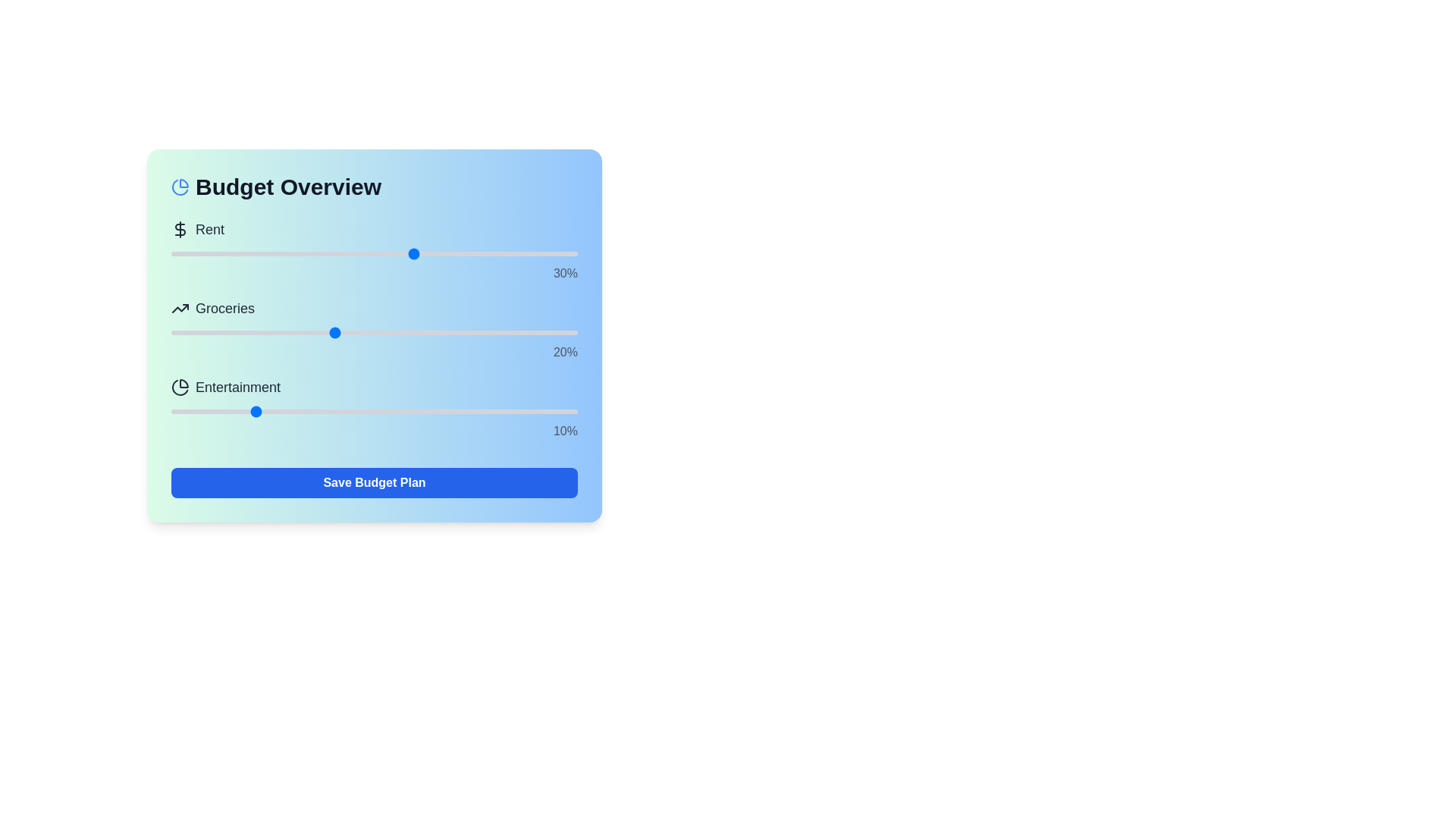  What do you see at coordinates (180, 308) in the screenshot?
I see `the small upwards-trending arrow graph icon located in the 'Groceries' section, adjacent to the 'Groceries' text label` at bounding box center [180, 308].